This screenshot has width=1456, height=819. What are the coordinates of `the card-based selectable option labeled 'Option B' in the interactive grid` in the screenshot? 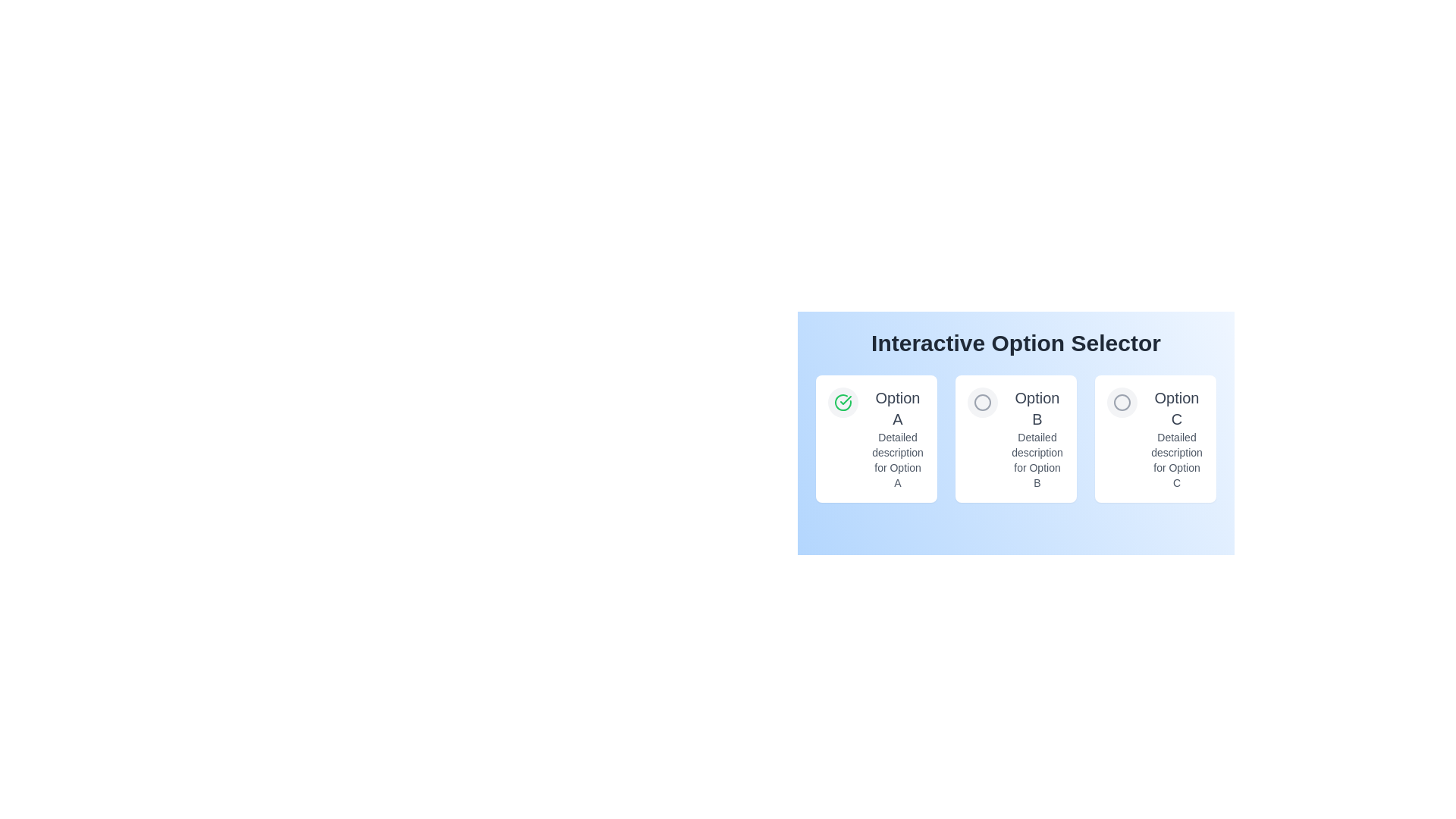 It's located at (1015, 438).